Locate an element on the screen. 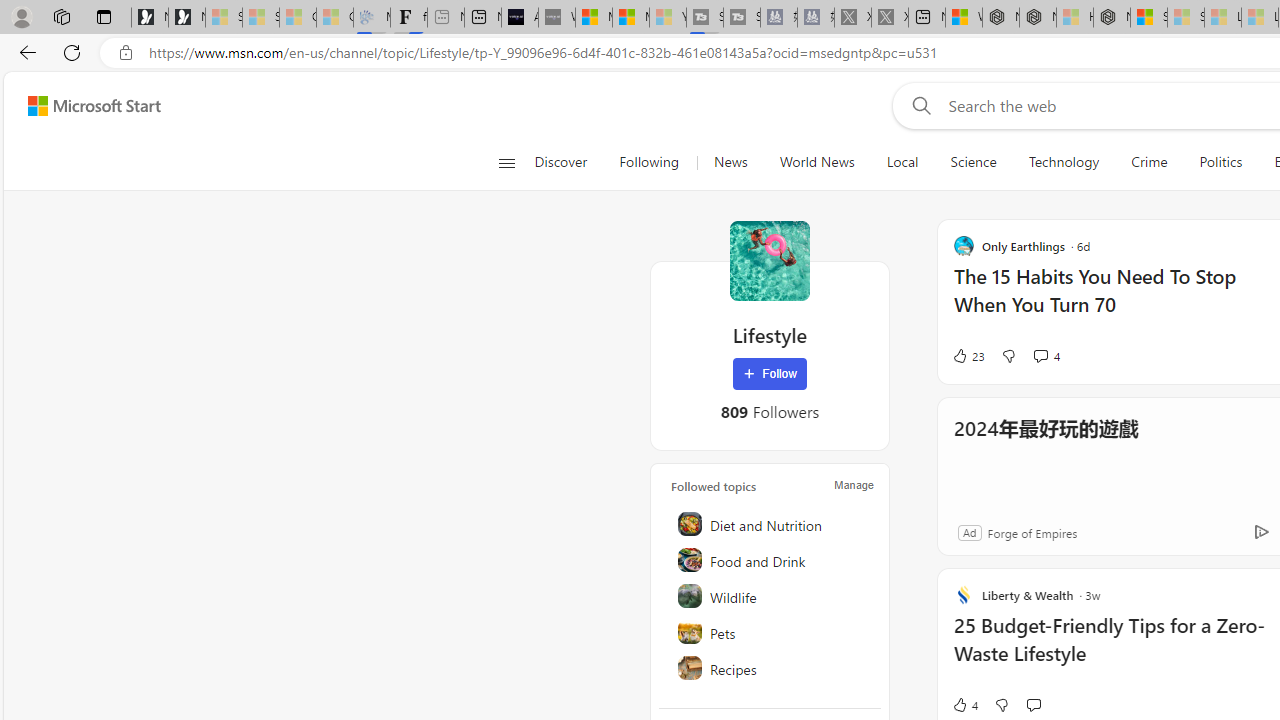 This screenshot has height=720, width=1280. 'Start the conversation' is located at coordinates (1033, 703).